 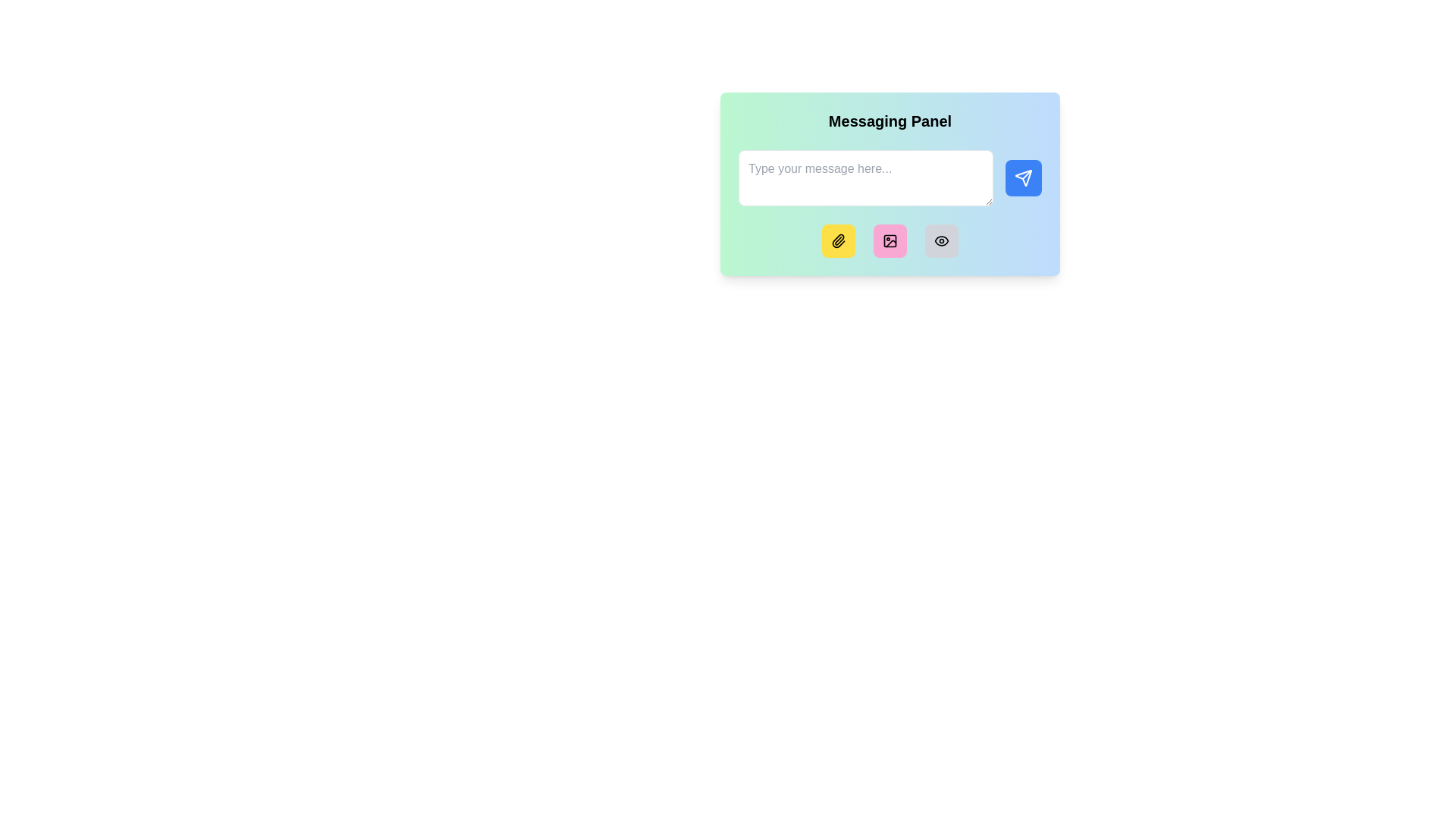 I want to click on the paperclip icon, which is the left-most icon in the row of action icons located below the message input field, so click(x=837, y=240).